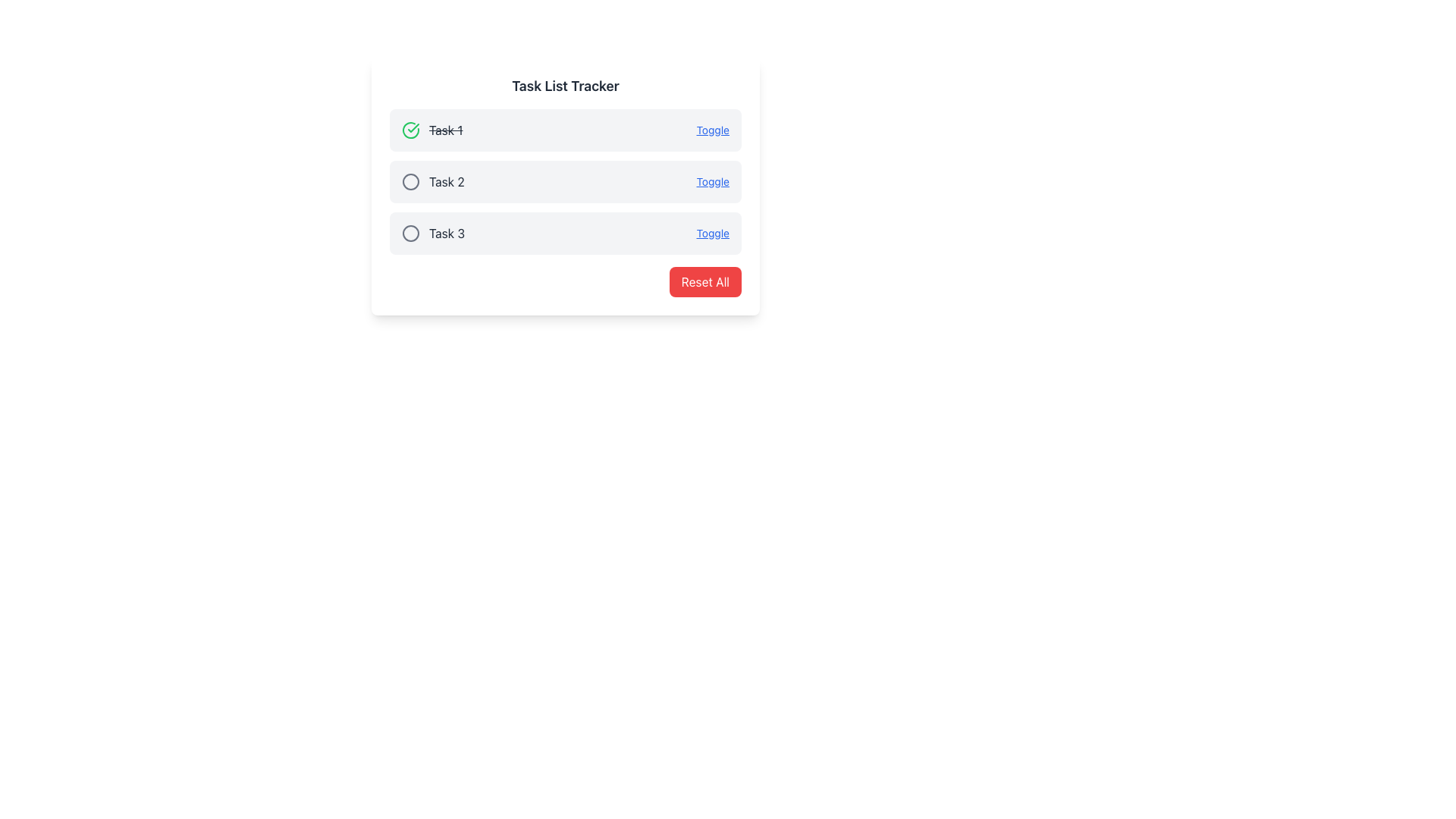  I want to click on the task card representing 'Task 2' in the to-do list, which is the second item in the vertical list of task cards, so click(564, 180).